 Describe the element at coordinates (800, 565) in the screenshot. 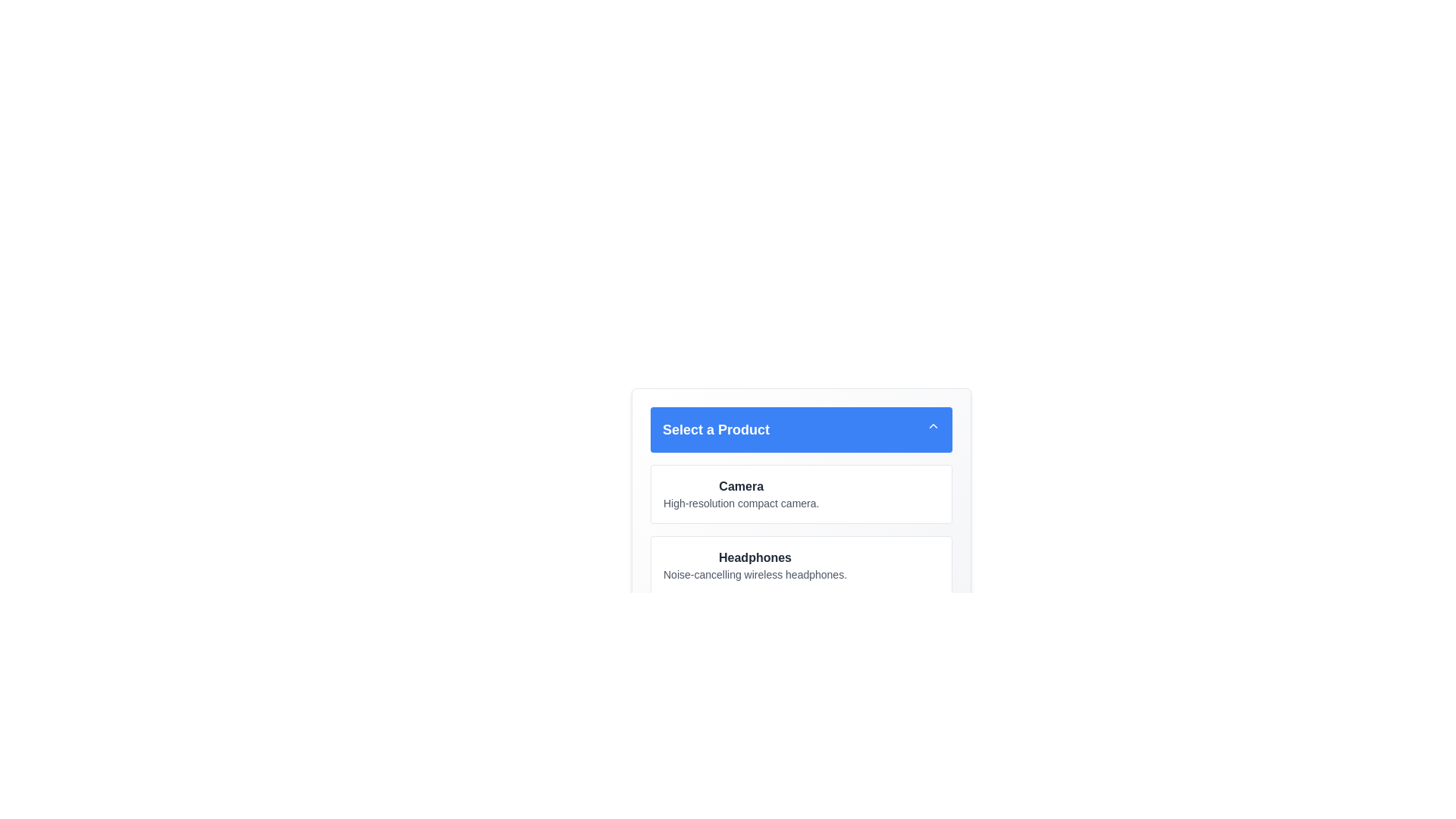

I see `the List Item containing 'Headphones' with a description of 'Noise-cancelling wireless headphones'` at that location.